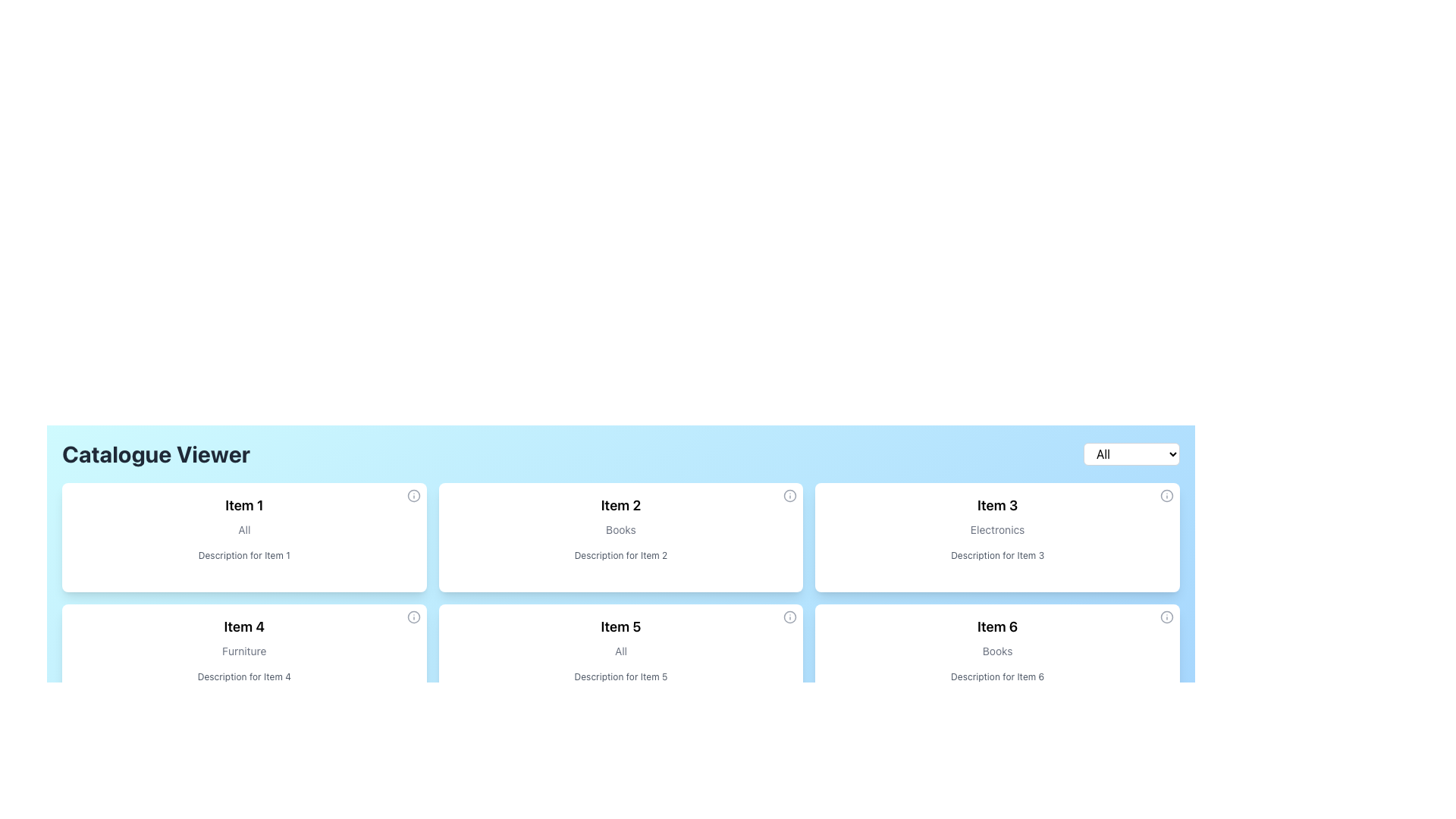 This screenshot has height=819, width=1456. Describe the element at coordinates (621, 506) in the screenshot. I see `text of the 'Item 2' label, which is a bold, dark text label located at the top of the second card in a row of three cards` at that location.